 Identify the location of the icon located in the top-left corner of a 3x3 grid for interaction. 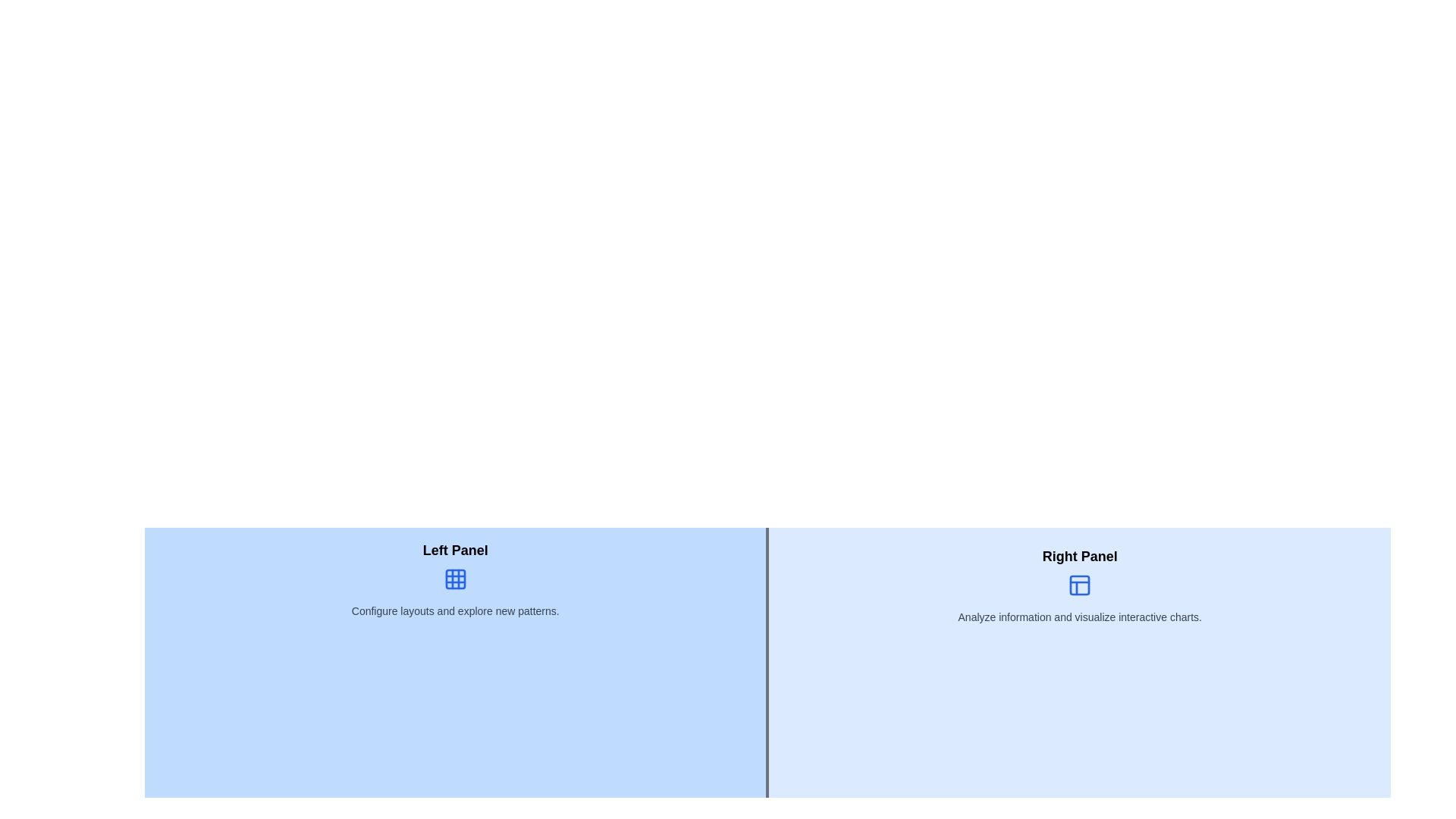
(454, 579).